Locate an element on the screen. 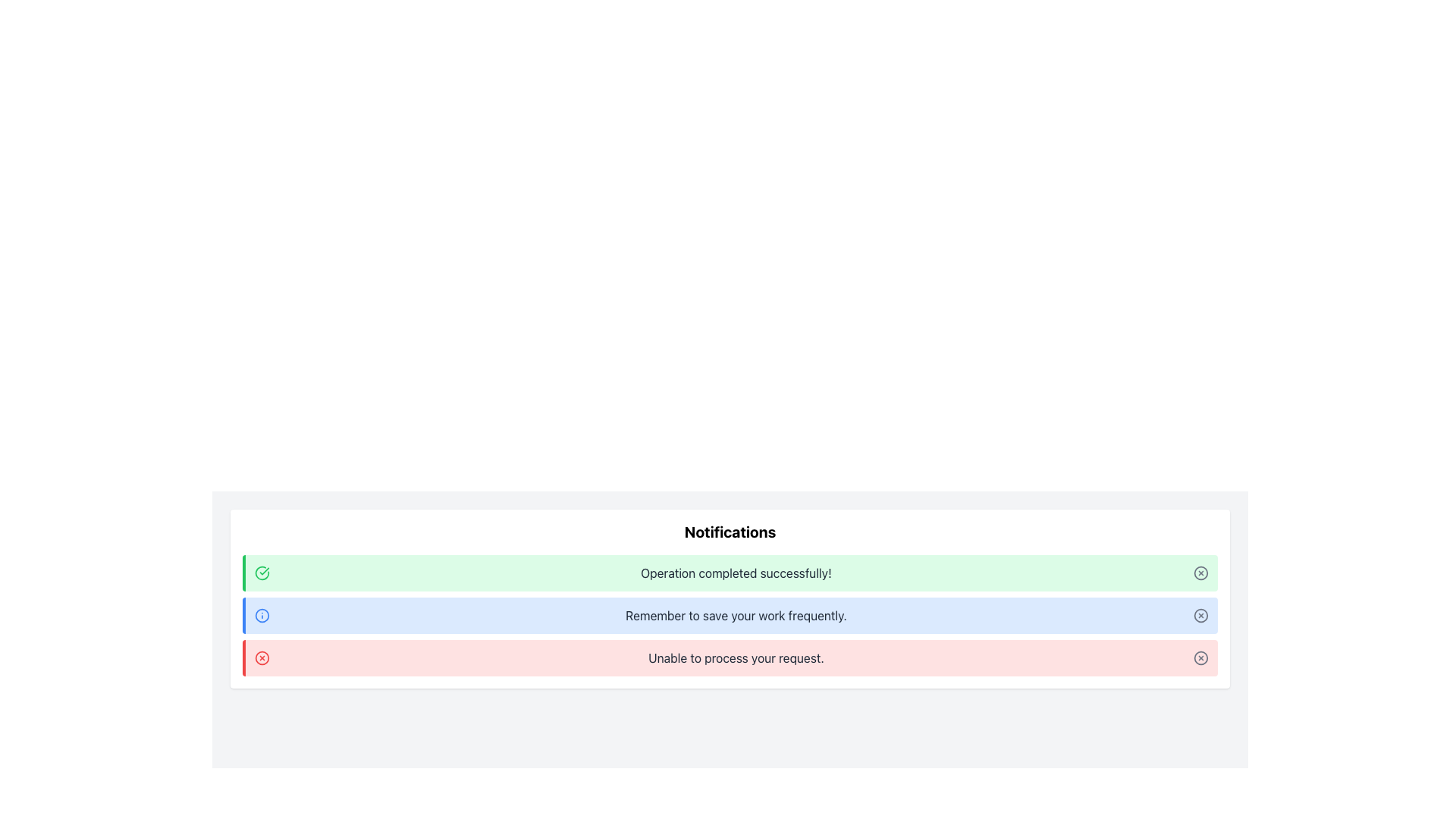  the text label stating 'Operation completed successfully!' displayed in black font on a green background in the uppermost notification section is located at coordinates (736, 573).